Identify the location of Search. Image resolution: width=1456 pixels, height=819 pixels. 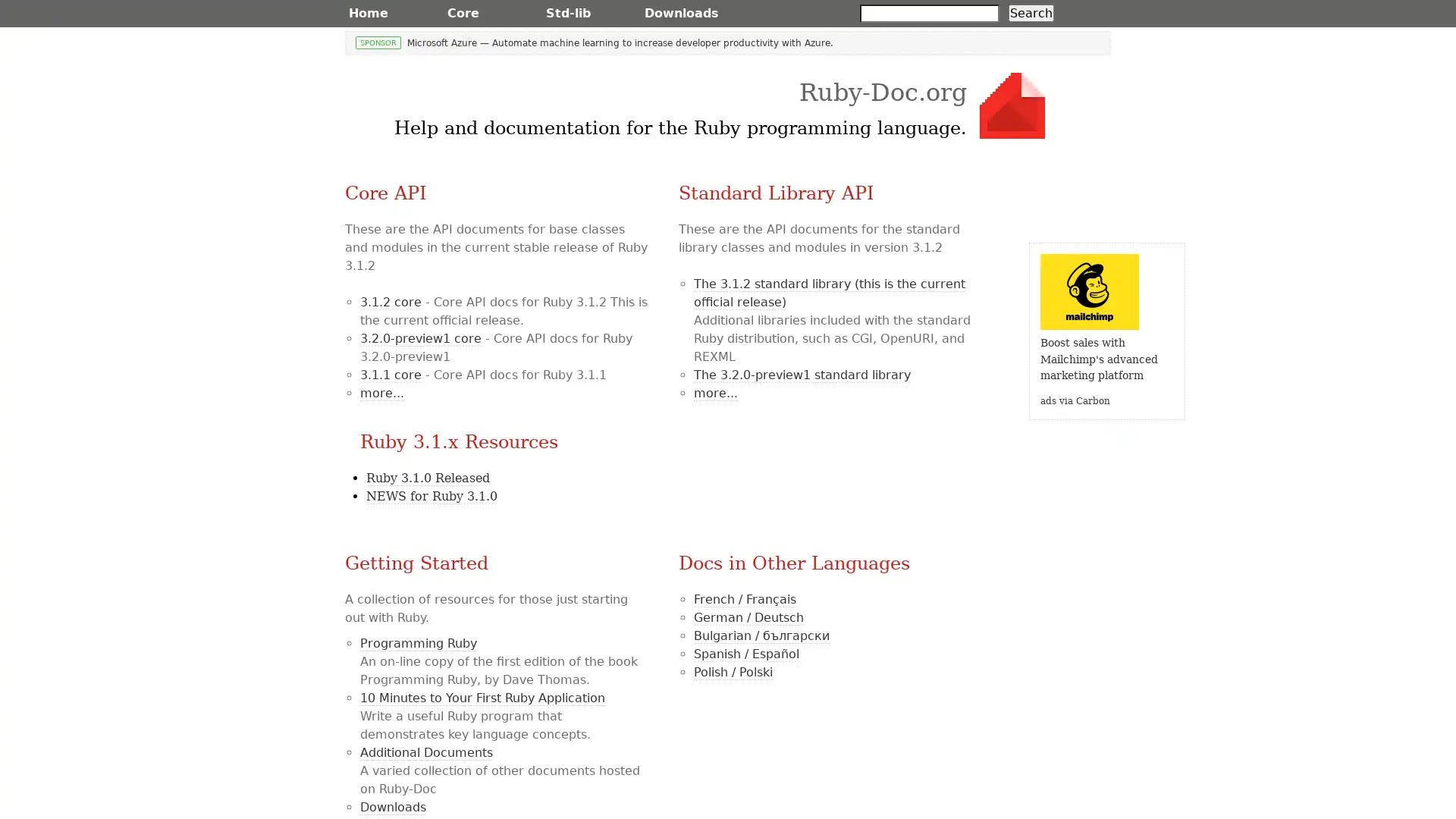
(1031, 13).